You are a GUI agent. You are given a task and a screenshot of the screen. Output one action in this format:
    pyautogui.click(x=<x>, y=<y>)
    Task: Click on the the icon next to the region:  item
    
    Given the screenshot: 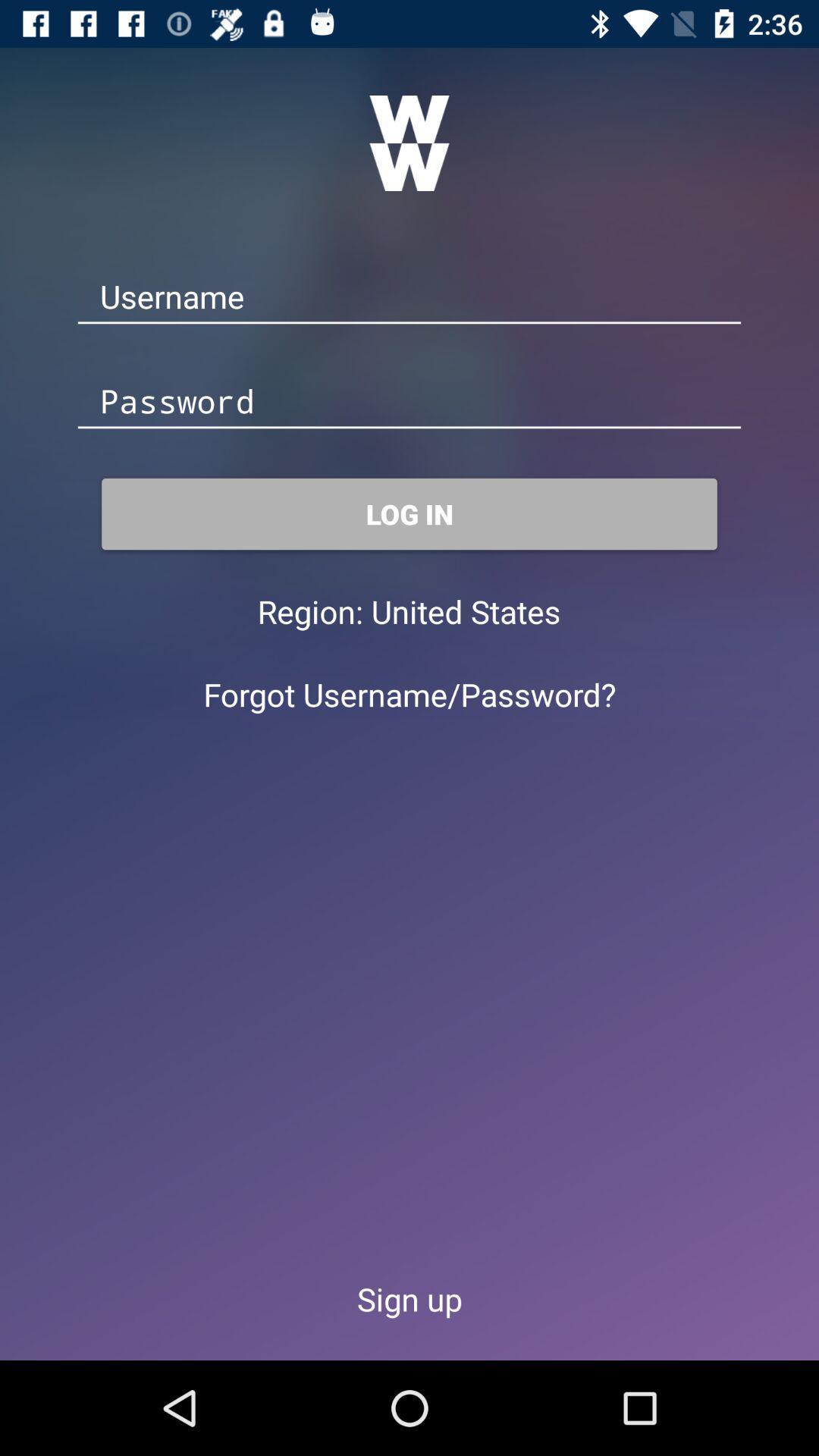 What is the action you would take?
    pyautogui.click(x=465, y=611)
    